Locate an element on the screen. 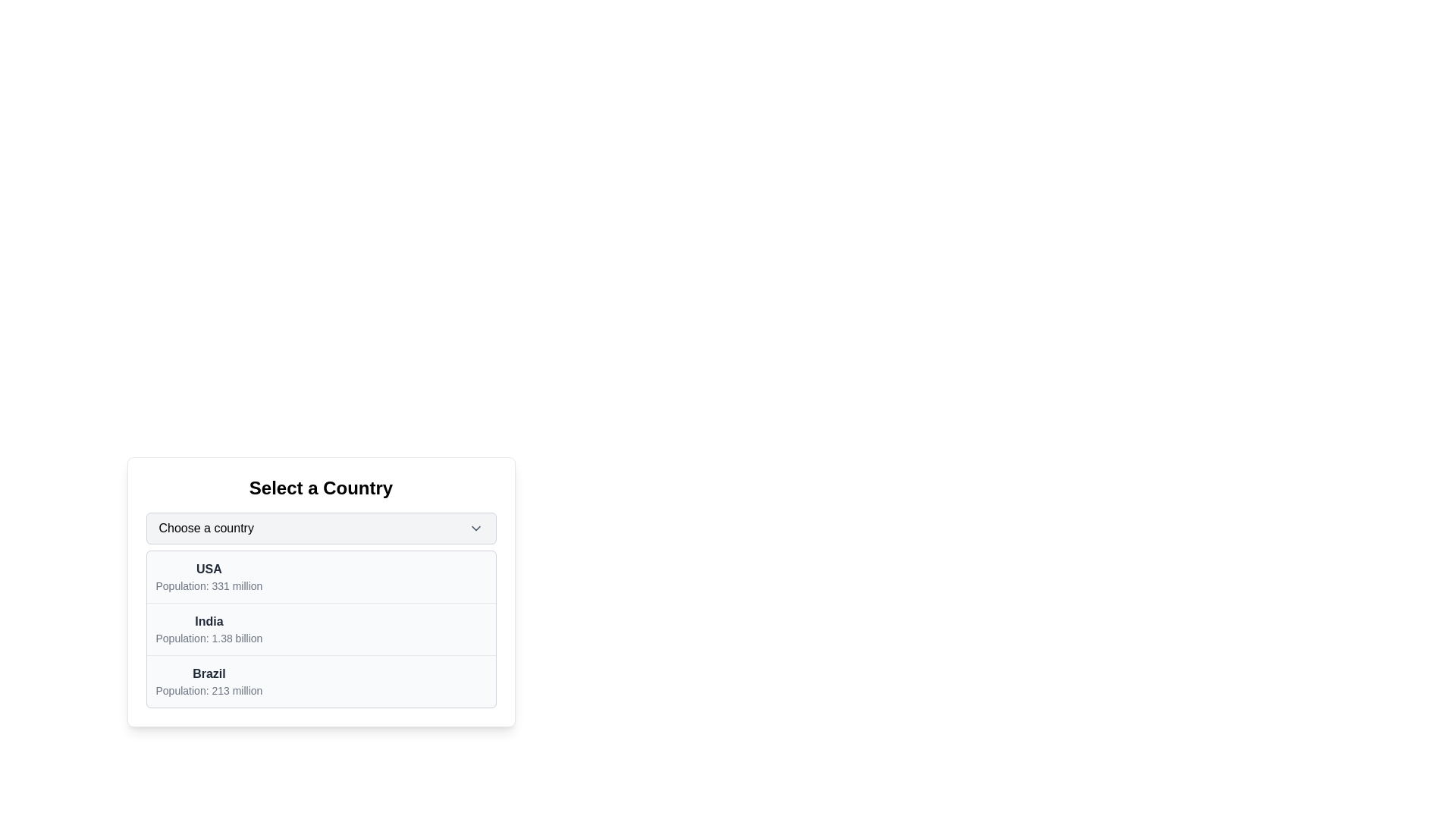 The height and width of the screenshot is (819, 1456). text of the Label displaying 'Population: 1.38 billion' located beneath the 'India' label in a dropdown-style interface is located at coordinates (208, 638).